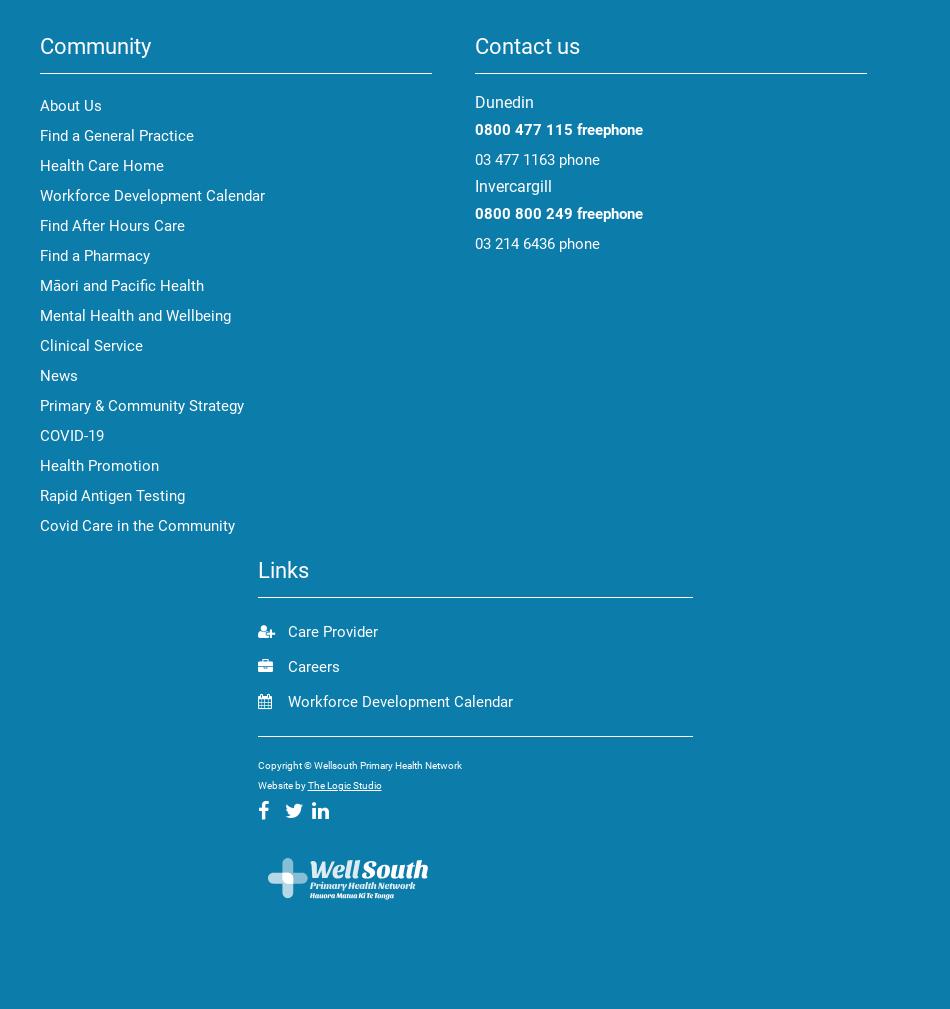  Describe the element at coordinates (102, 164) in the screenshot. I see `'Health Care Home'` at that location.